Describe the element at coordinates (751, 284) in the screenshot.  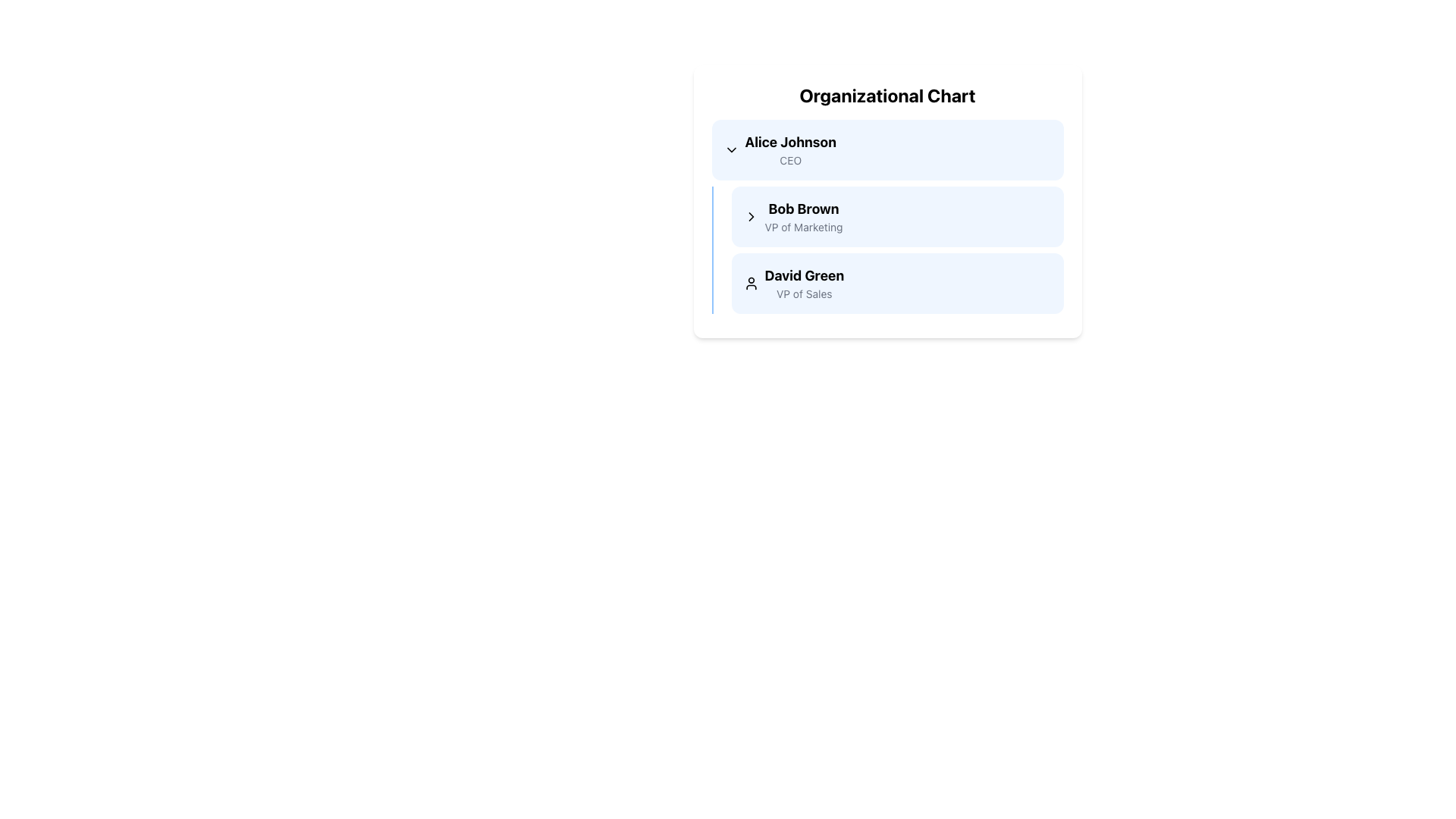
I see `the circular user profile icon located to the left of 'David Green, VP of Sales' in the organizational chart` at that location.